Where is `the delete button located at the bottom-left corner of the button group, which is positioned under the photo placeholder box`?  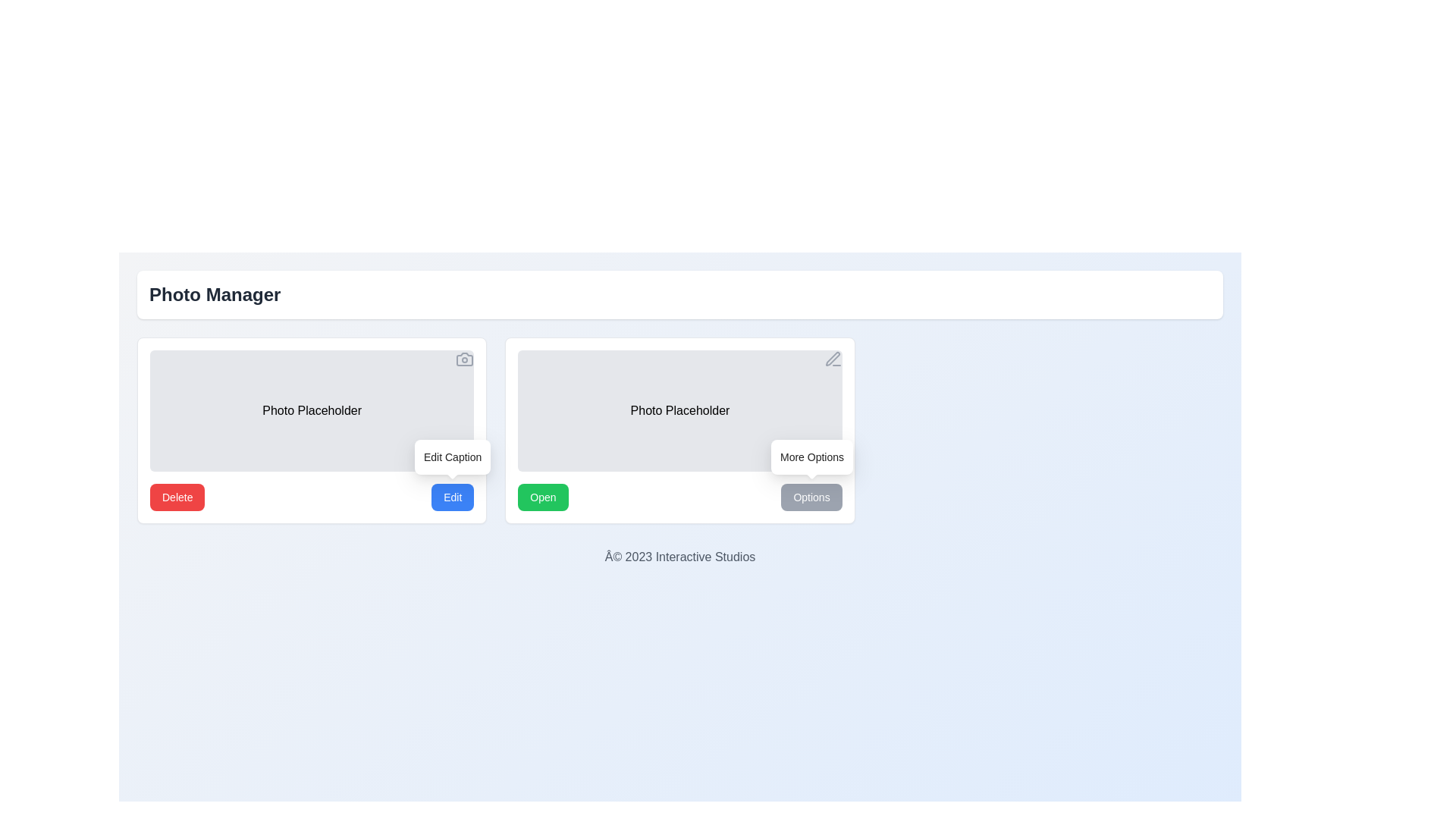
the delete button located at the bottom-left corner of the button group, which is positioned under the photo placeholder box is located at coordinates (177, 497).